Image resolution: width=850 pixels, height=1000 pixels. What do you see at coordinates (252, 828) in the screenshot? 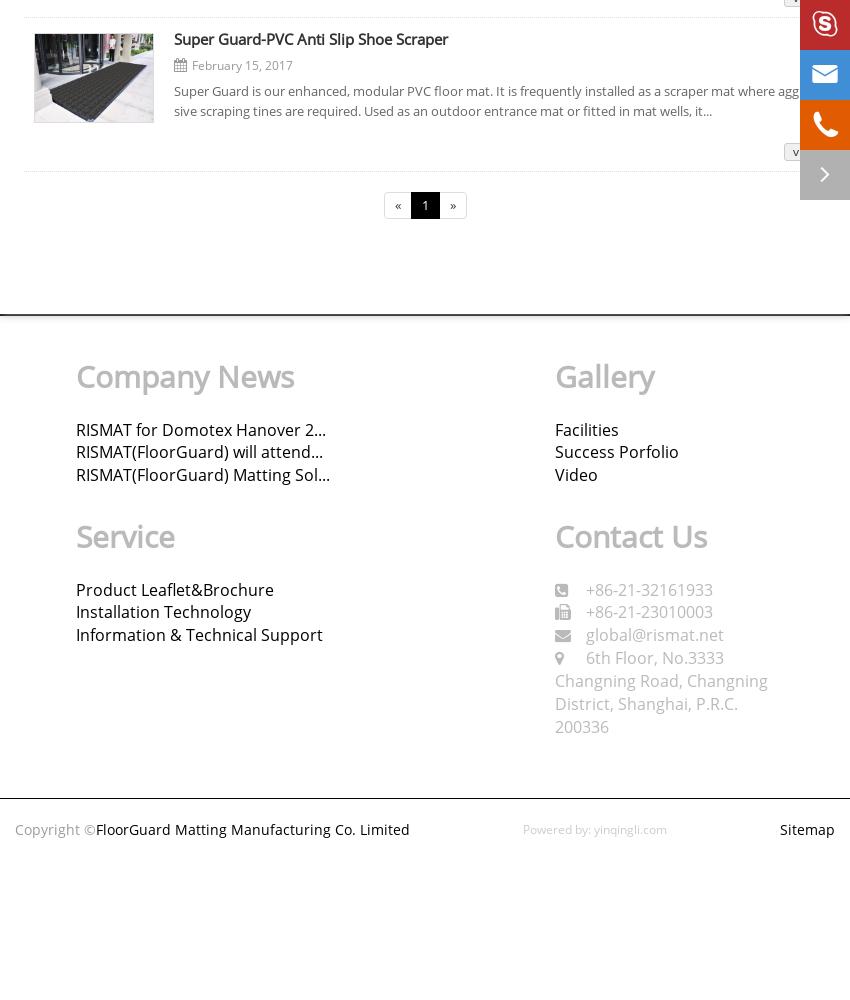
I see `'FloorGuard Matting Manufacturing Co. Limited'` at bounding box center [252, 828].